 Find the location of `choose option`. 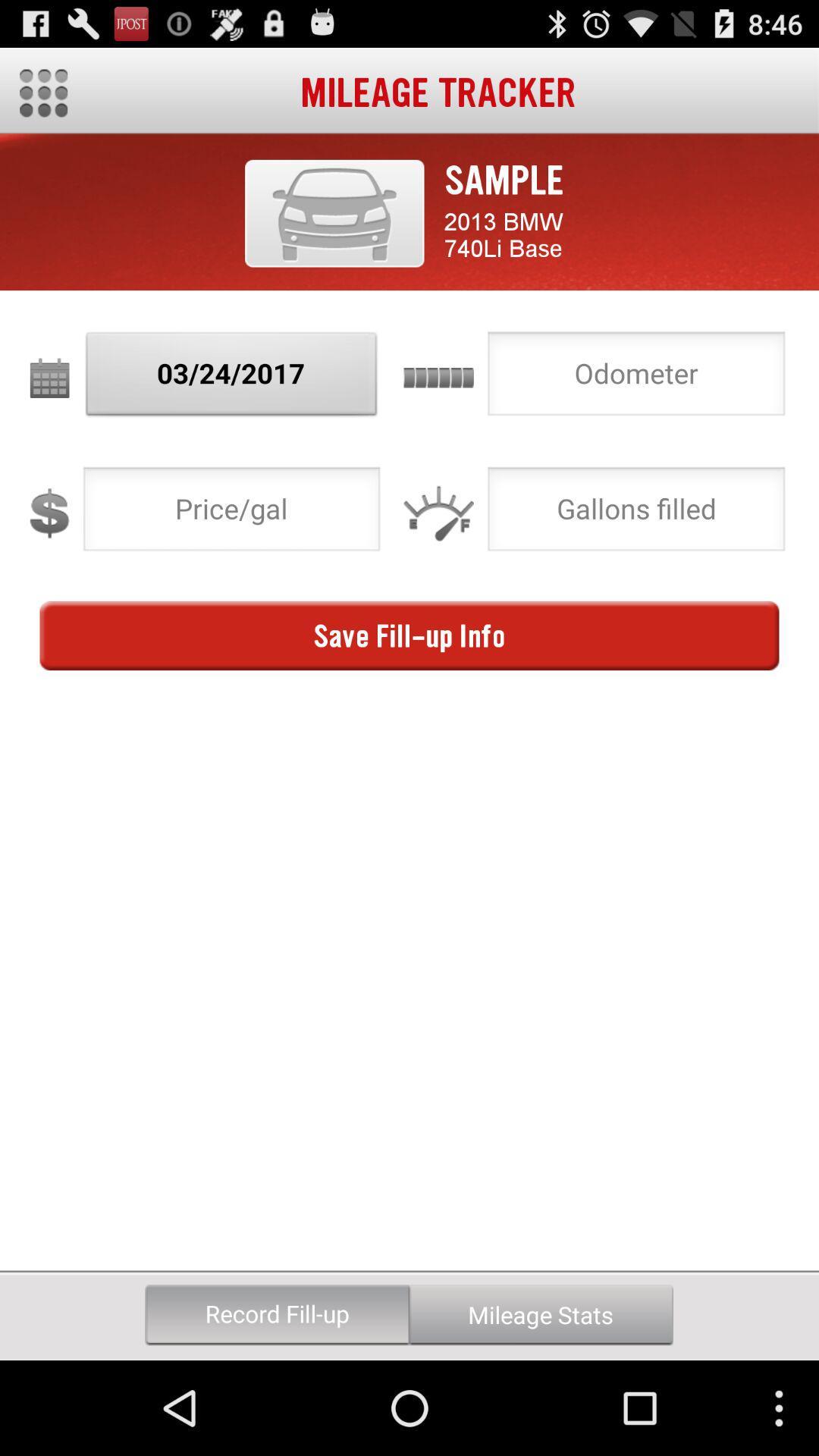

choose option is located at coordinates (636, 378).